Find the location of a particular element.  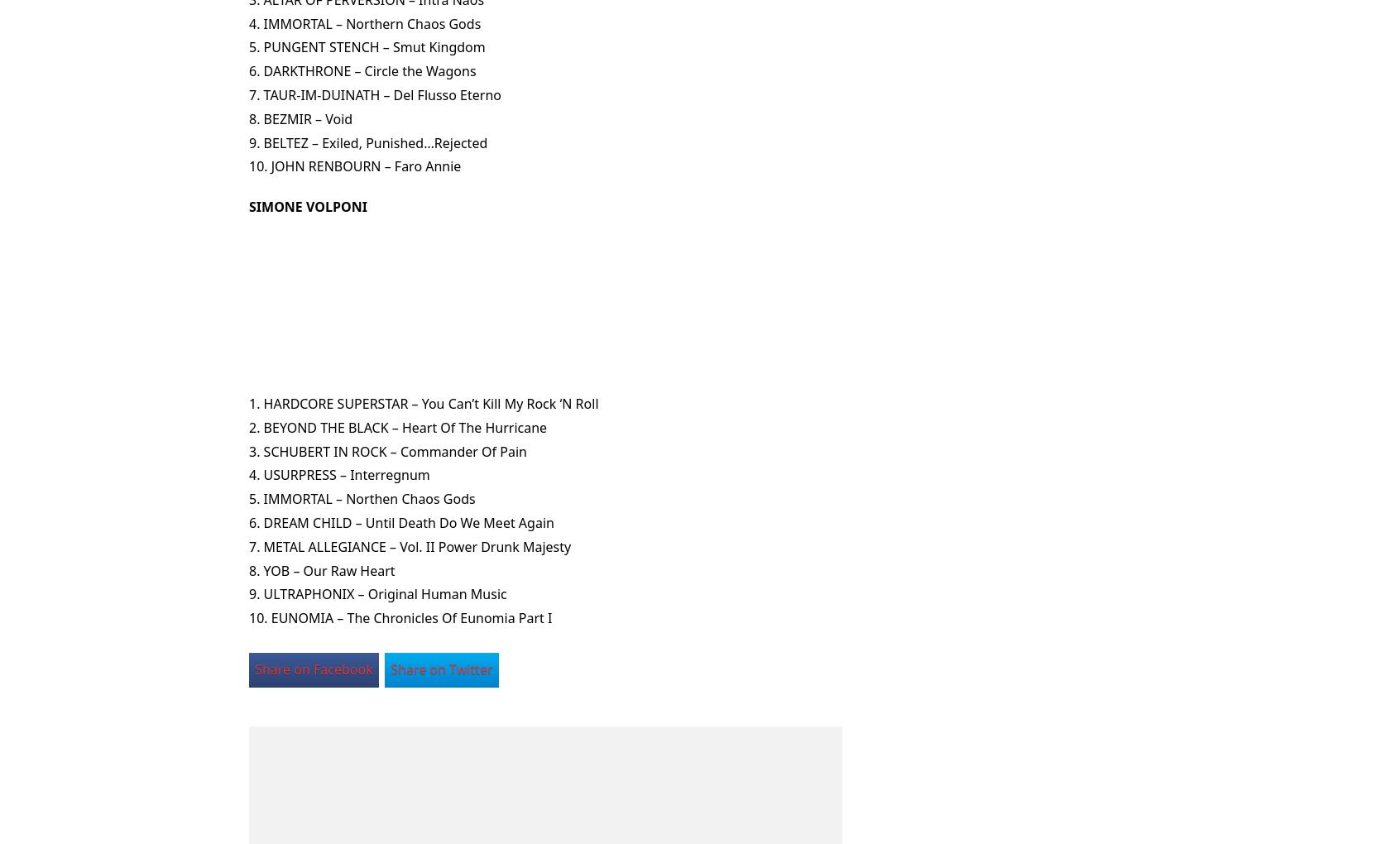

'Share on Facebook' is located at coordinates (253, 669).